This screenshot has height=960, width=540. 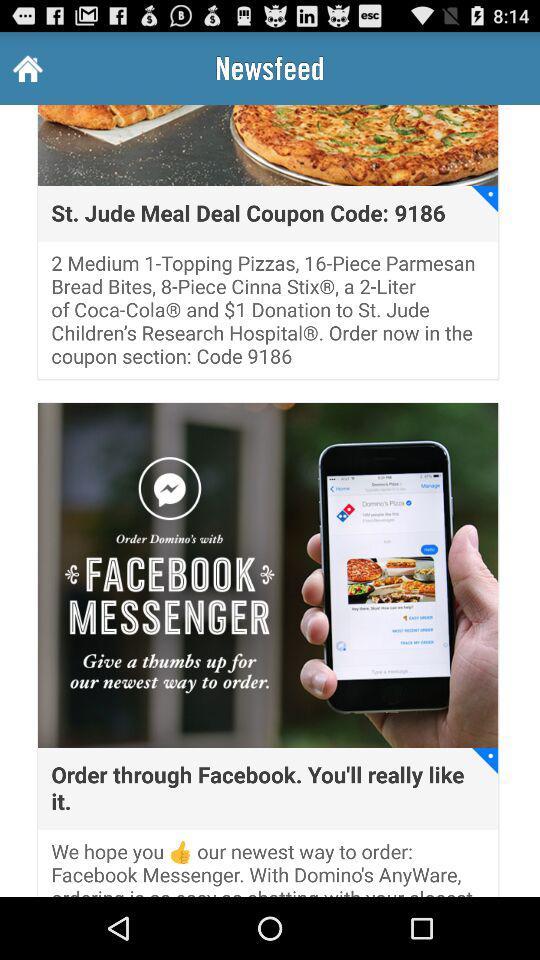 What do you see at coordinates (268, 867) in the screenshot?
I see `the icon below the order through facebook item` at bounding box center [268, 867].